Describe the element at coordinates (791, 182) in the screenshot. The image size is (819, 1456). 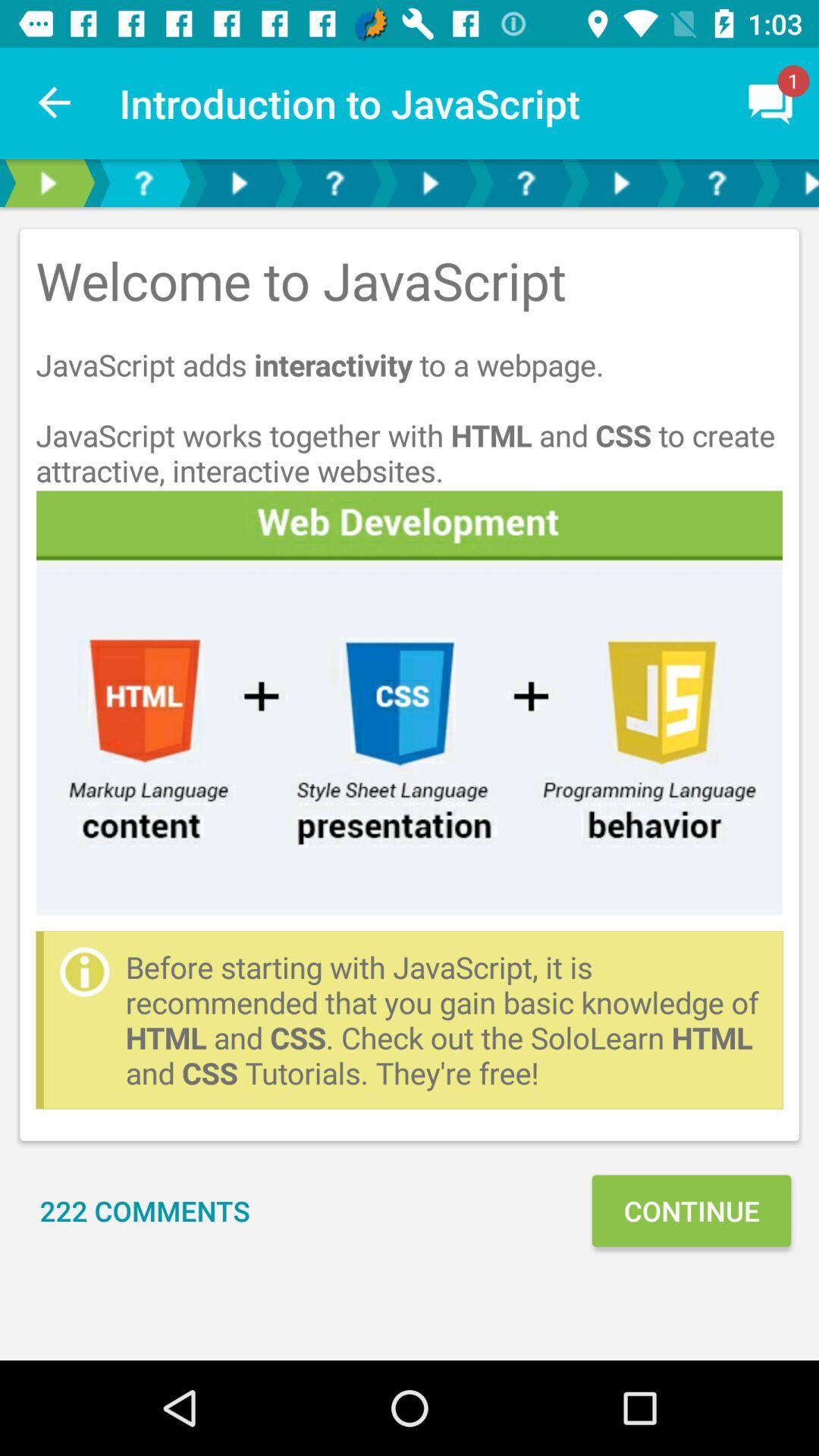
I see `more options` at that location.